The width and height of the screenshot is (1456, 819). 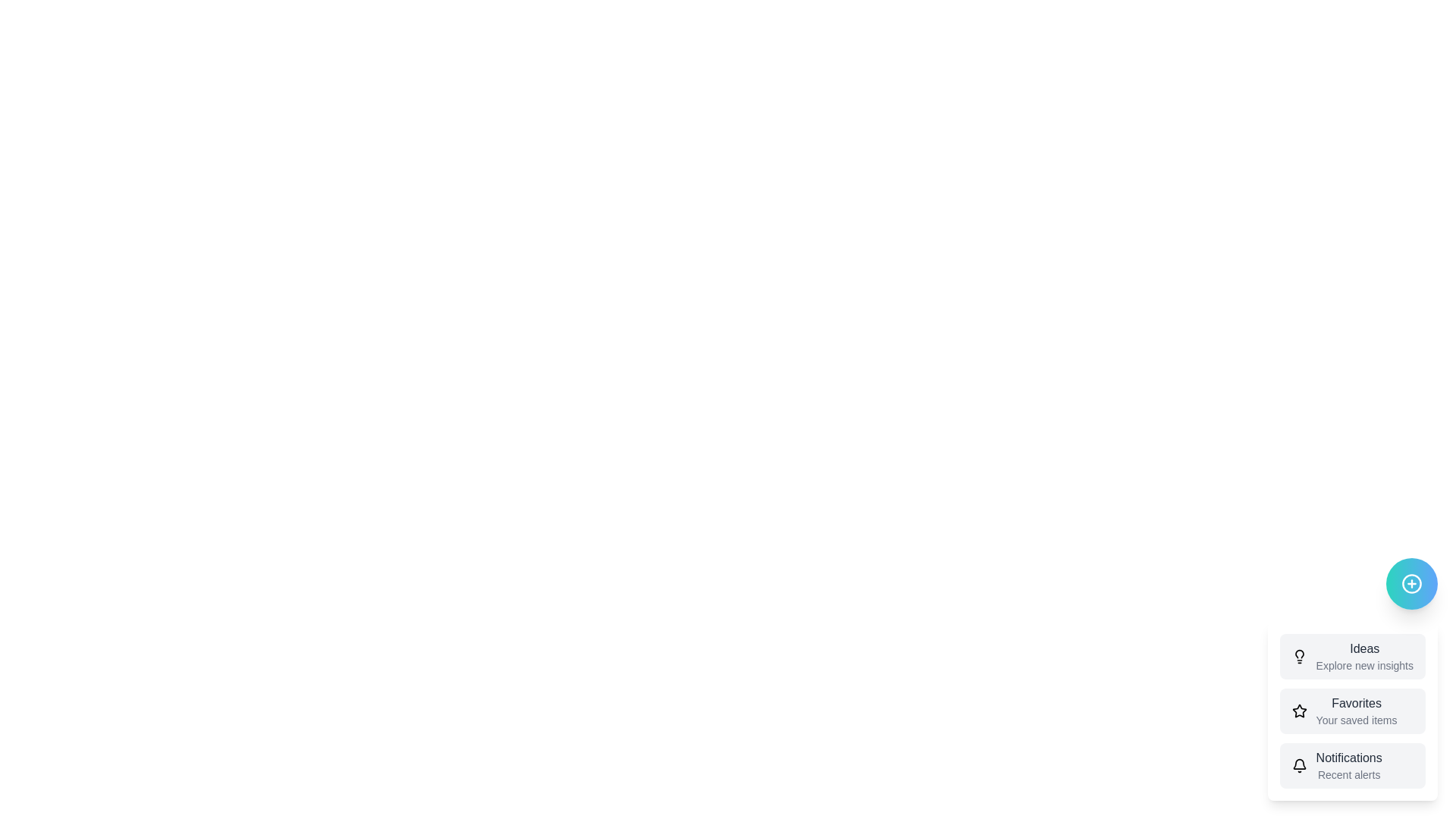 I want to click on the text label that says 'Your saved items', which is styled with a small font size and gray color, located below the heading 'Favorites', so click(x=1357, y=719).